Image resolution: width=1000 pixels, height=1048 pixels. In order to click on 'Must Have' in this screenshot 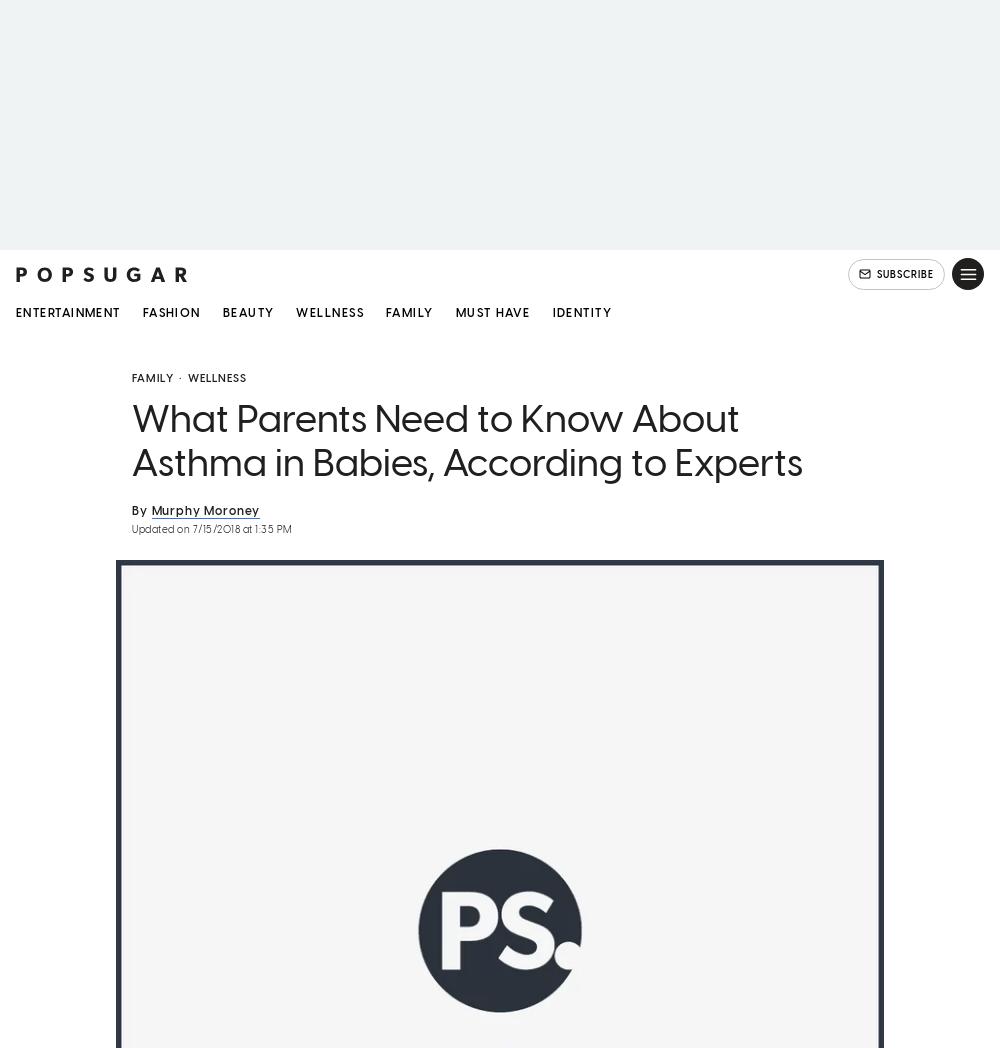, I will do `click(454, 313)`.